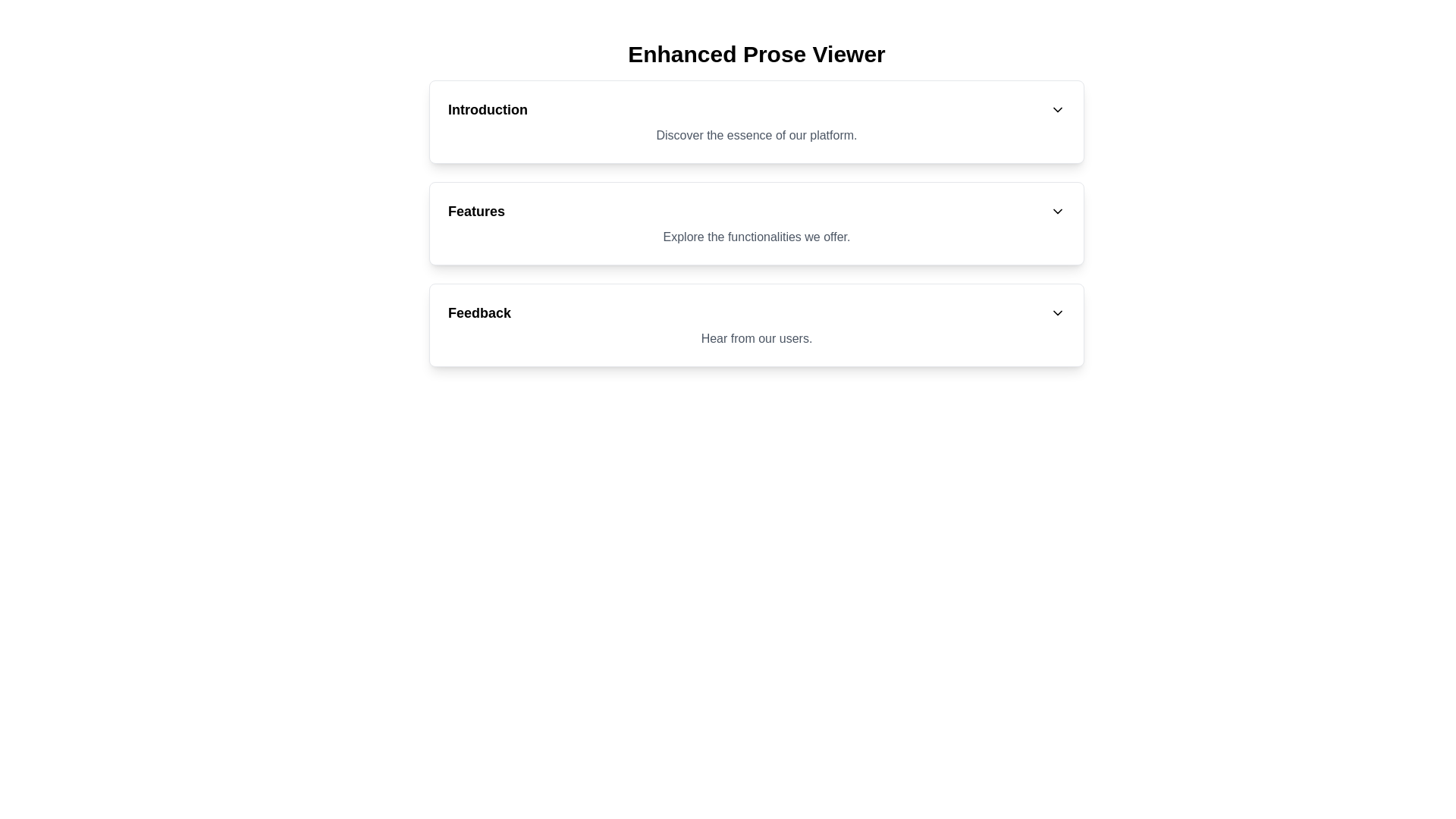 This screenshot has width=1456, height=819. I want to click on the static text element that reads 'Explore the functionalities we offer.', which is positioned below the title 'Features' in the Features section card, so click(757, 237).